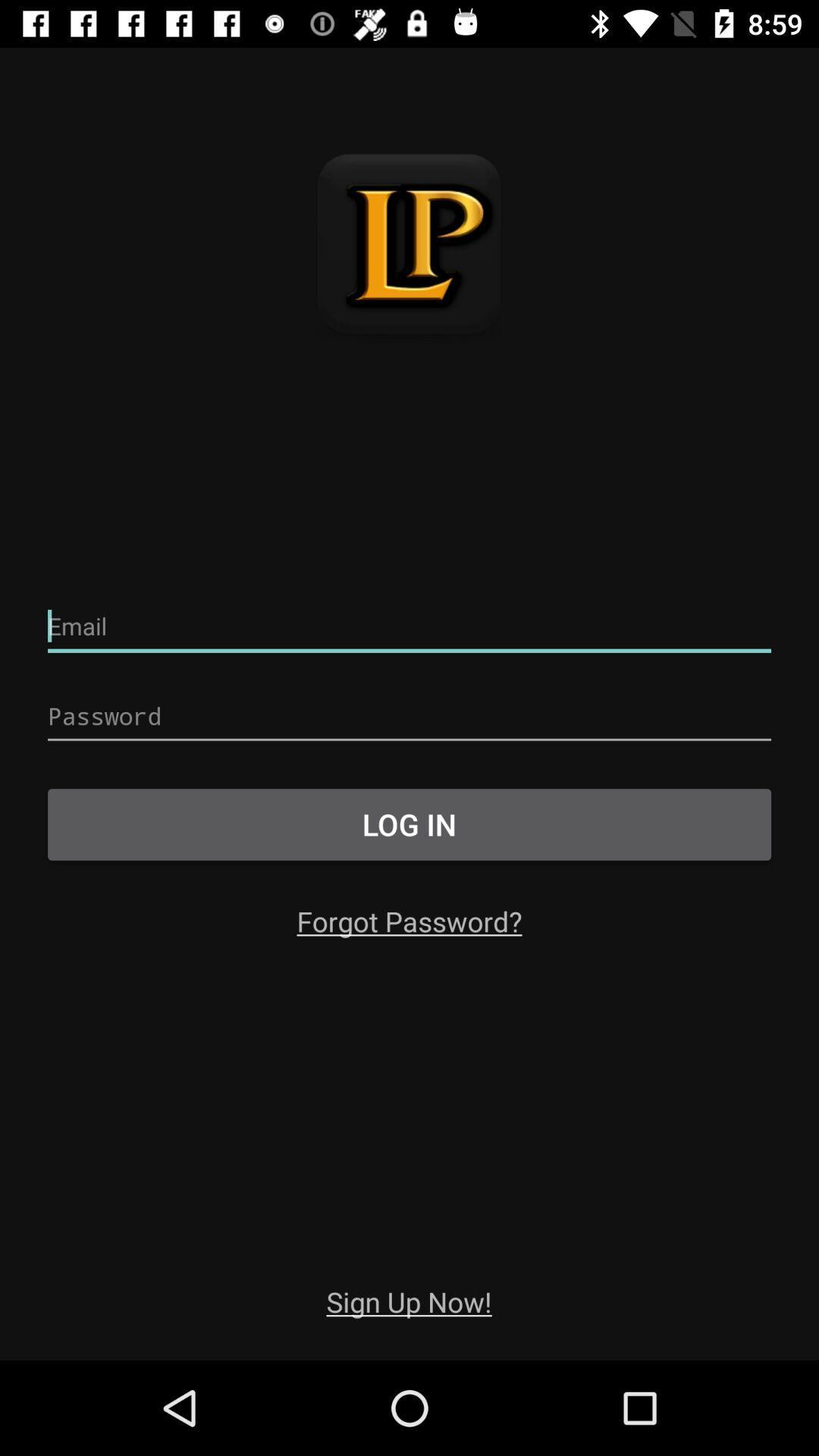 The height and width of the screenshot is (1456, 819). Describe the element at coordinates (409, 626) in the screenshot. I see `your email id` at that location.